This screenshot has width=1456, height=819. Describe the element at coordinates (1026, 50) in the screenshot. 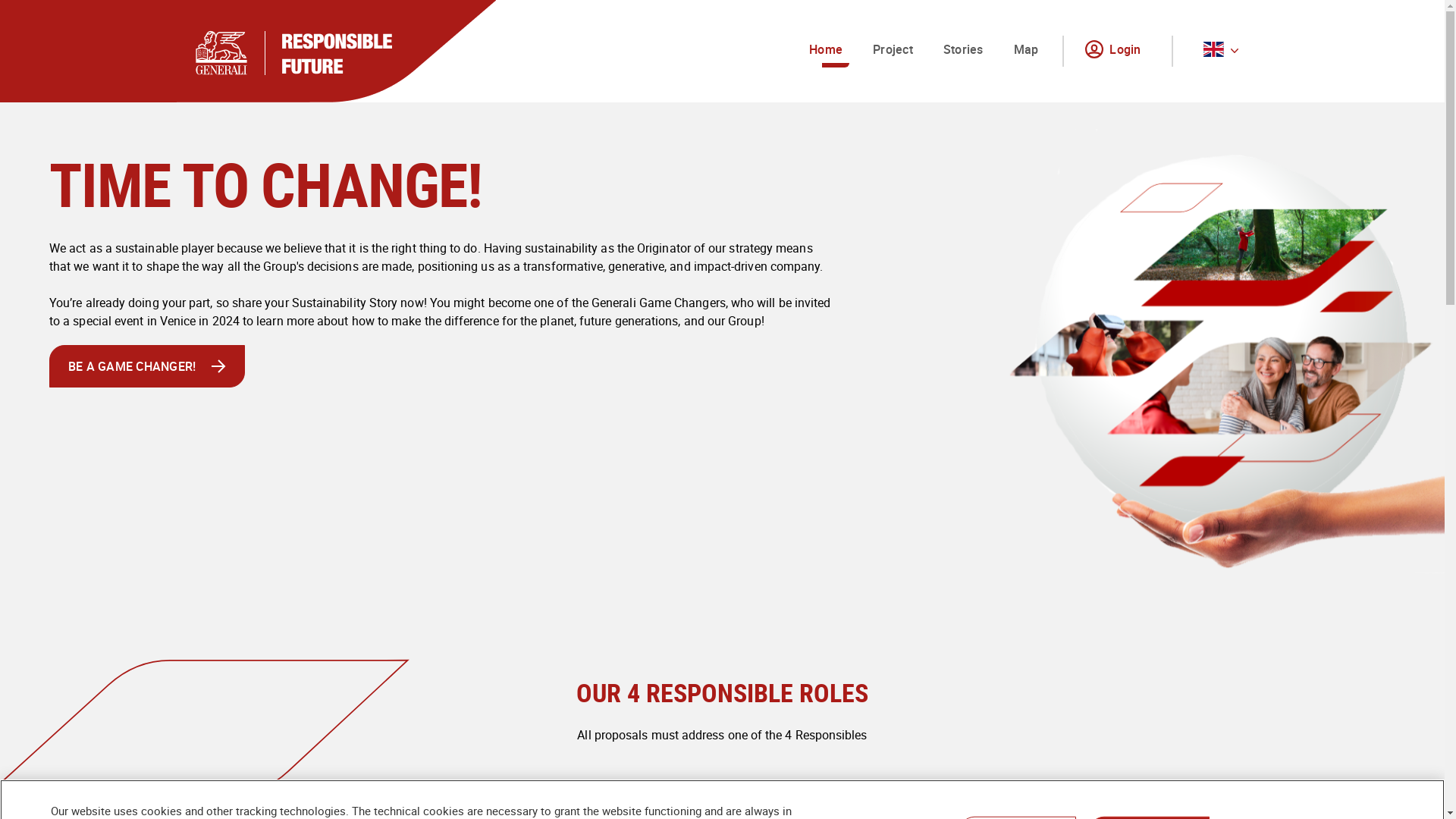

I see `'Map'` at that location.